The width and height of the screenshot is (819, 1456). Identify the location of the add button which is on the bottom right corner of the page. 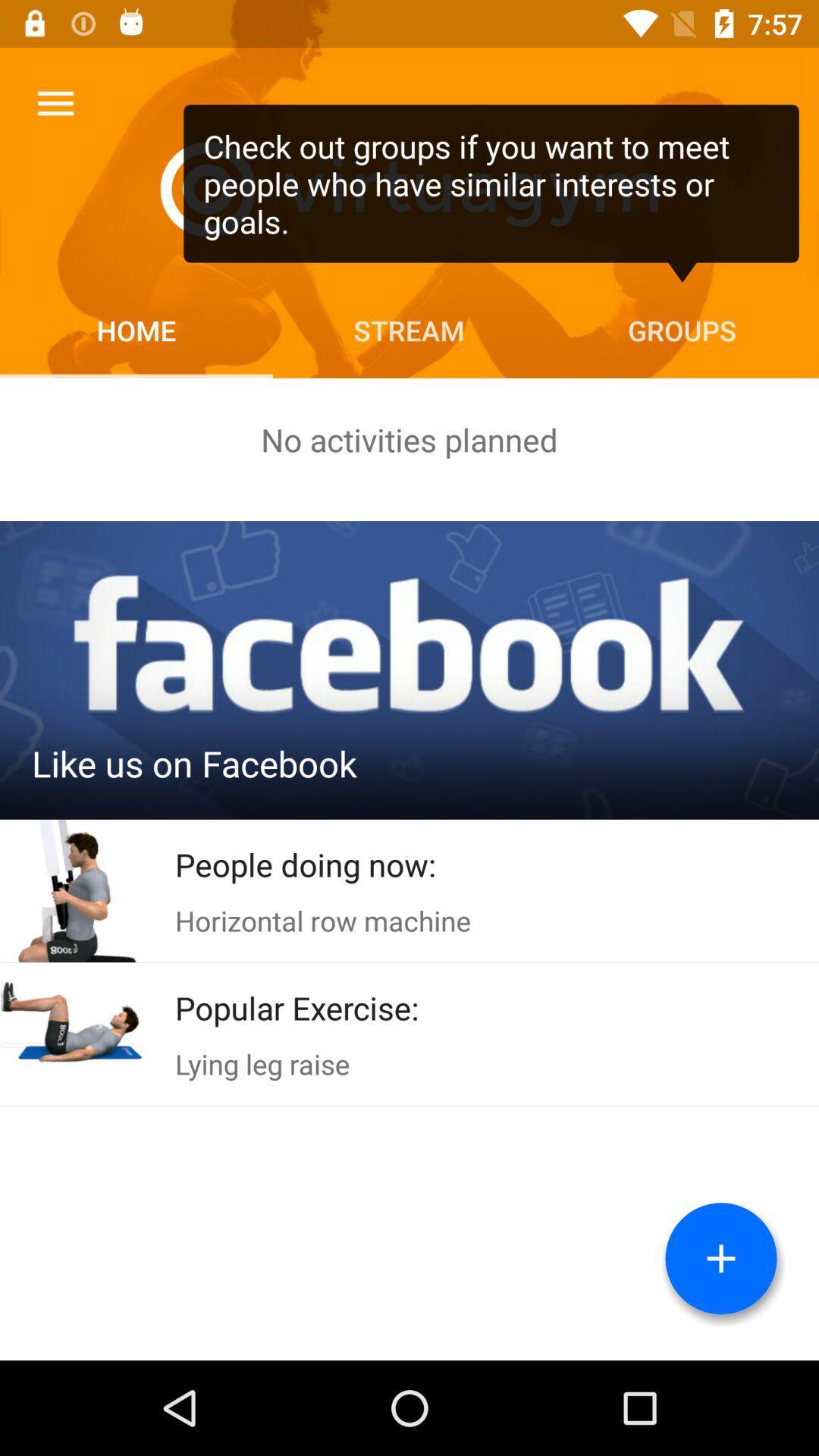
(720, 1258).